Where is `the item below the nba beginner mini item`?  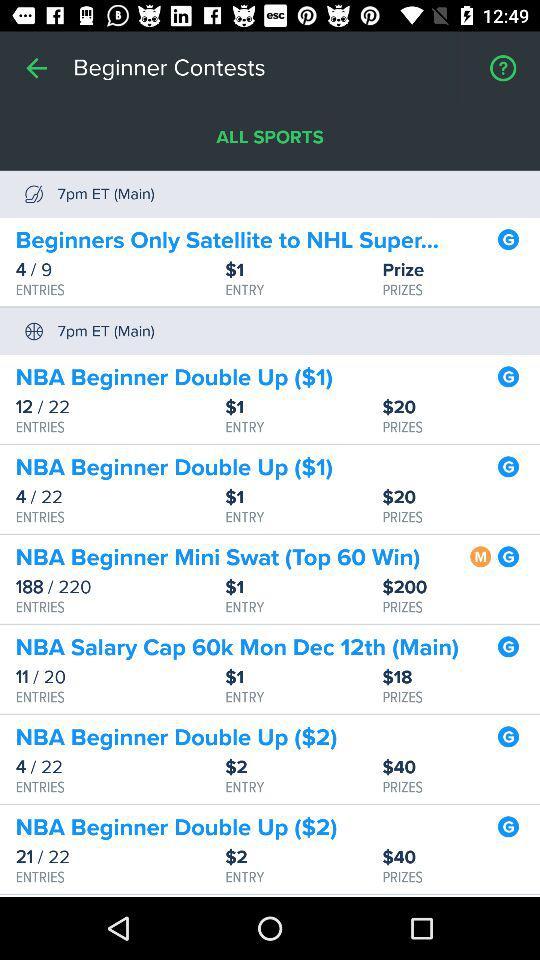 the item below the nba beginner mini item is located at coordinates (461, 587).